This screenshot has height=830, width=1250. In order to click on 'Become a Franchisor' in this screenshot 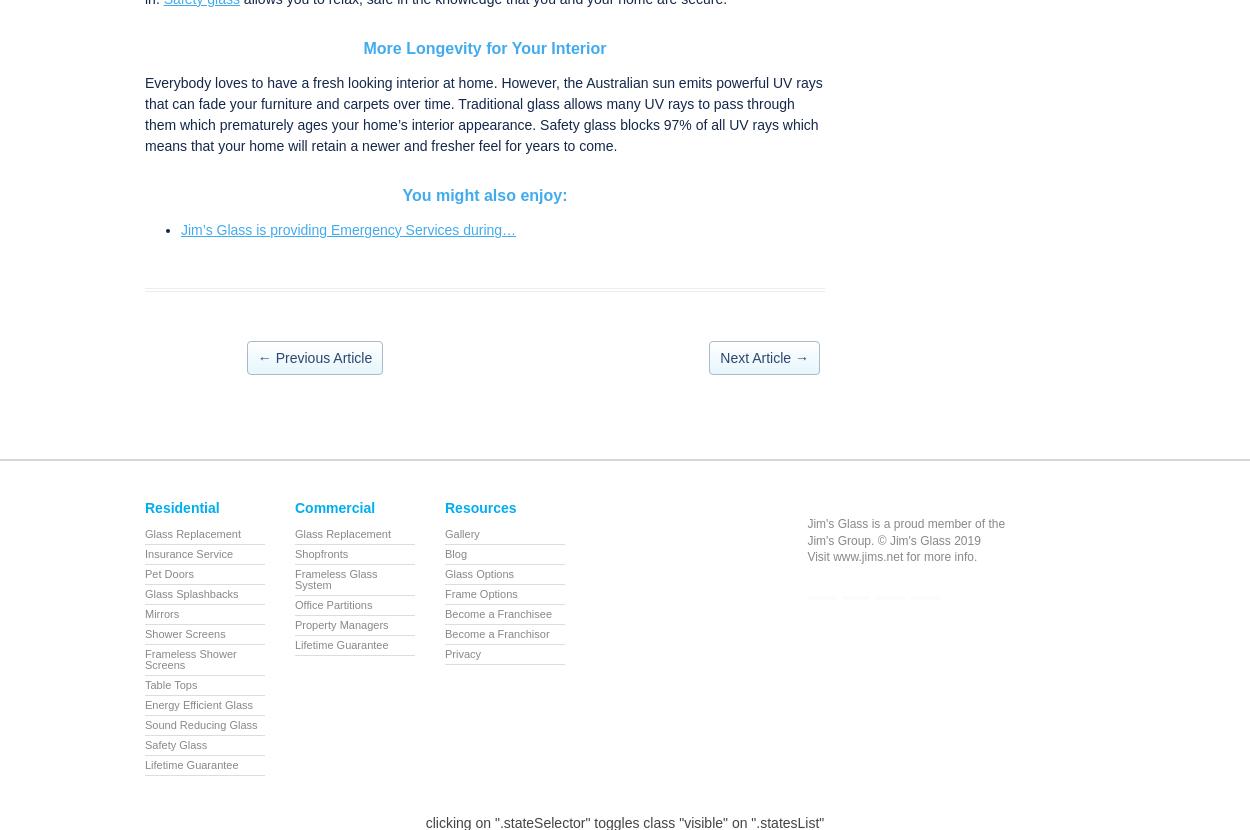, I will do `click(496, 632)`.